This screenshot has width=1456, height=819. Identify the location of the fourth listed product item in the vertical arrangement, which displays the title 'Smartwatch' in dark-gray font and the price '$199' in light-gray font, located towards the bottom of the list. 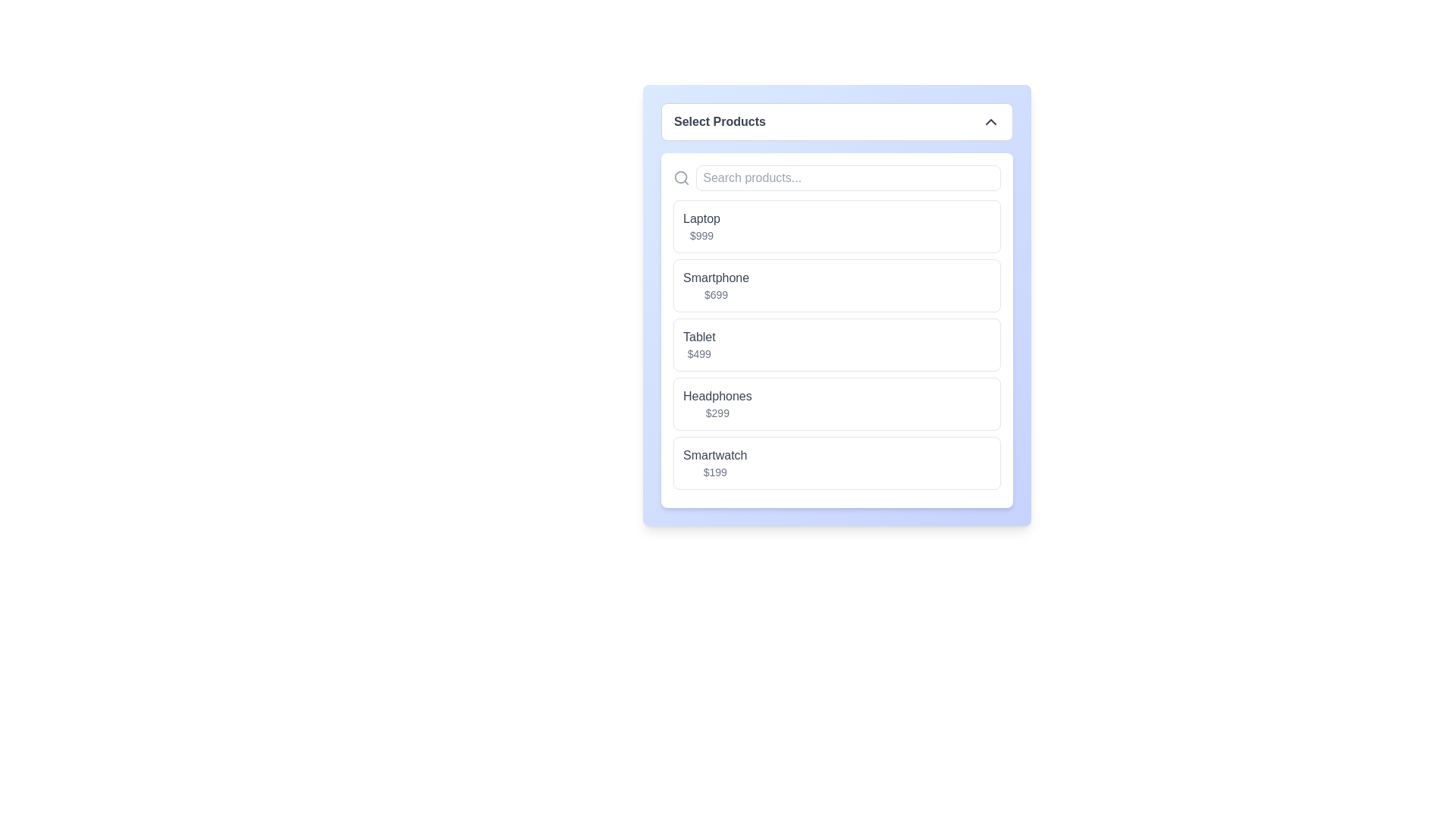
(714, 462).